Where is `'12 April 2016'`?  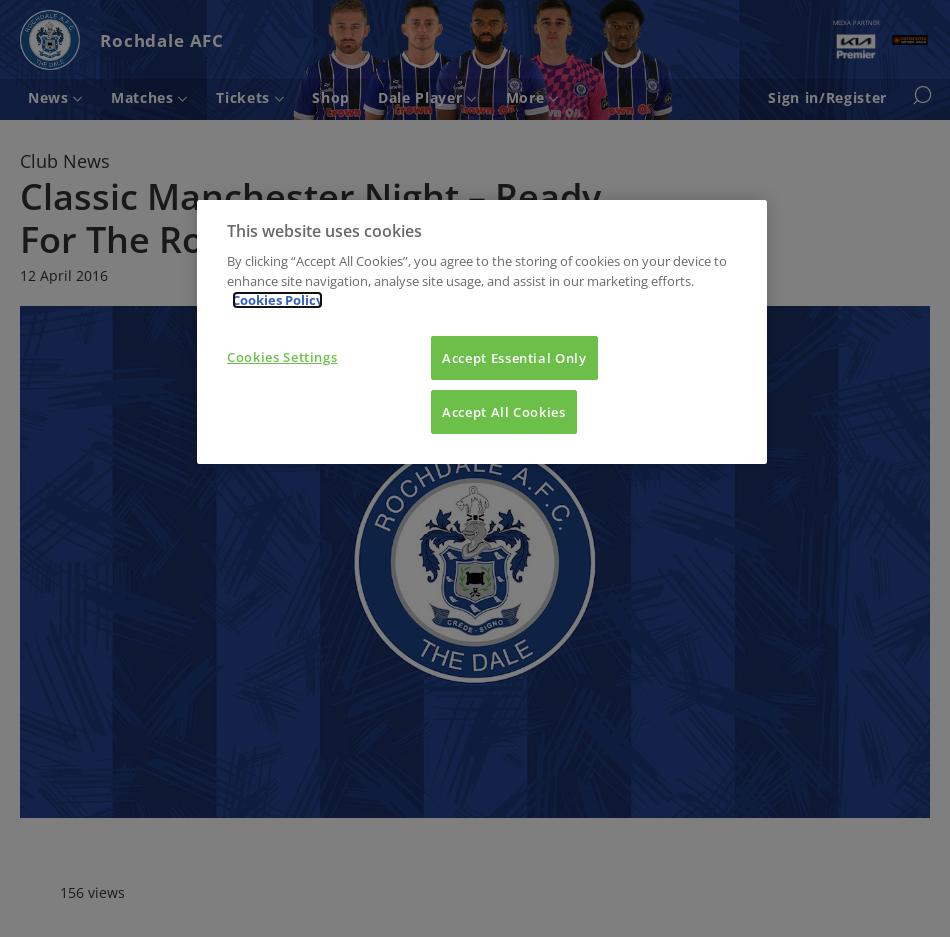 '12 April 2016' is located at coordinates (64, 274).